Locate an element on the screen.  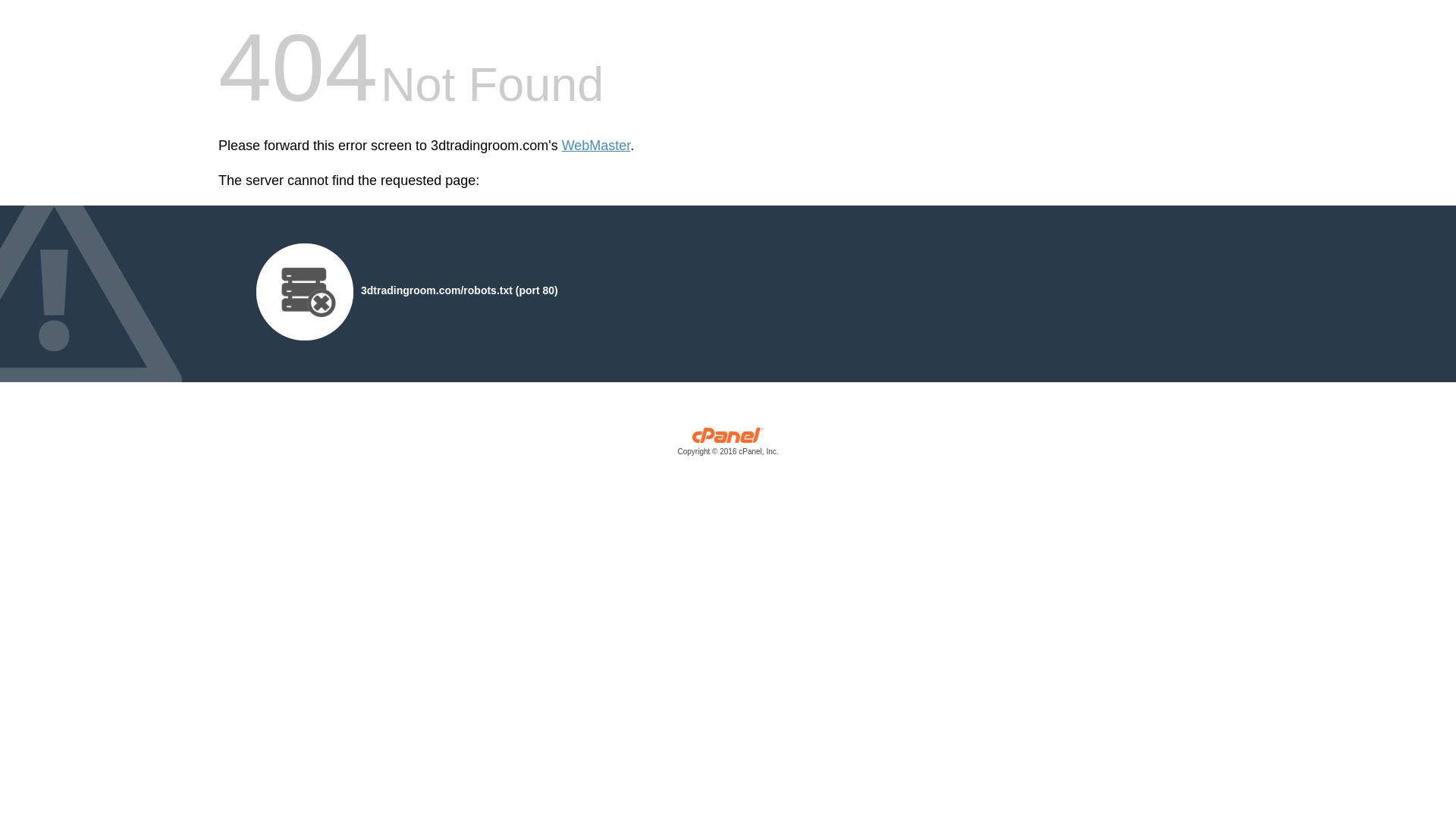
'WebMaster' is located at coordinates (595, 146).